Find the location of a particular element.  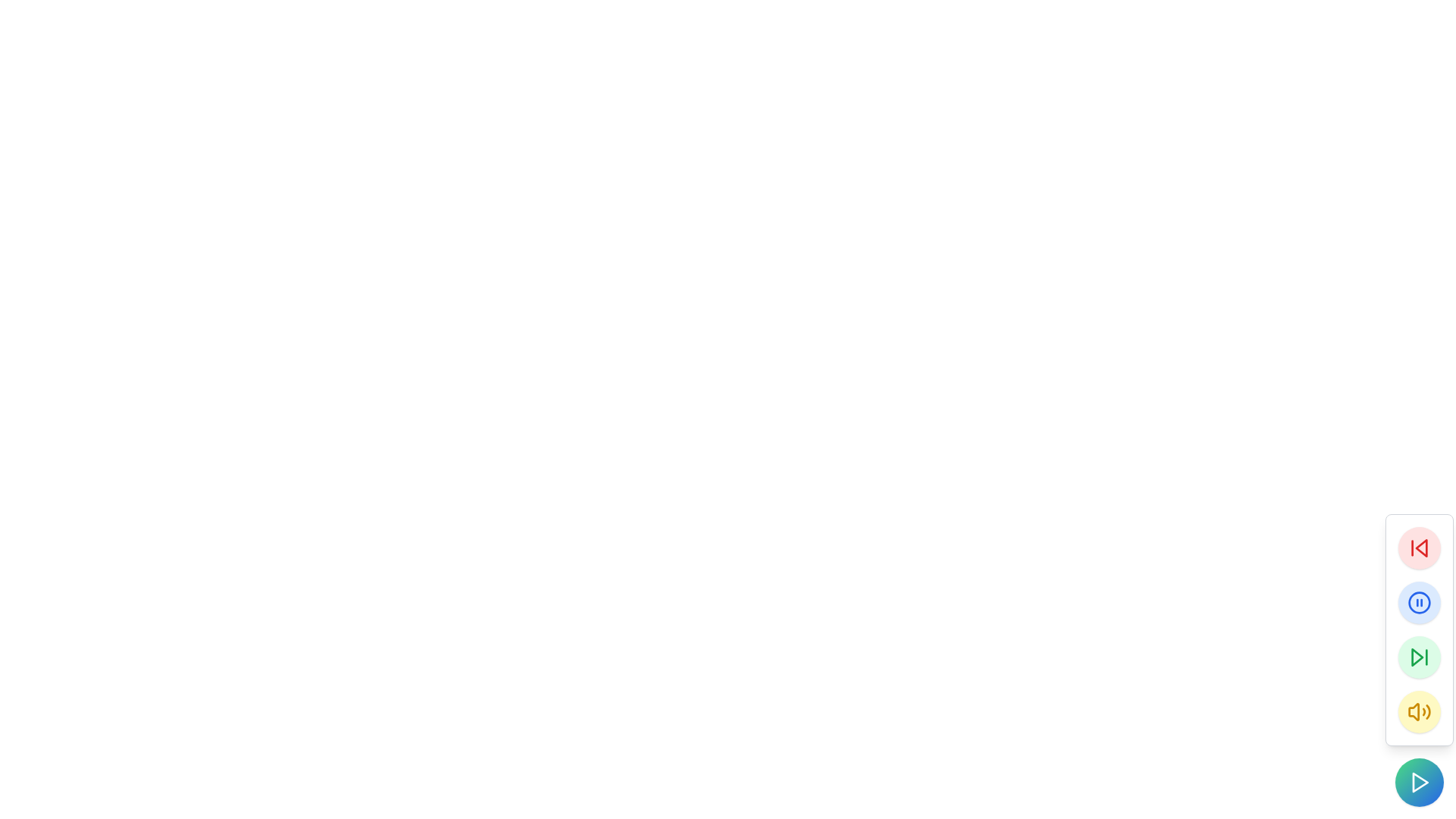

the small circular button with a red background and a leftward pointing double-chevron arrow icon is located at coordinates (1419, 548).